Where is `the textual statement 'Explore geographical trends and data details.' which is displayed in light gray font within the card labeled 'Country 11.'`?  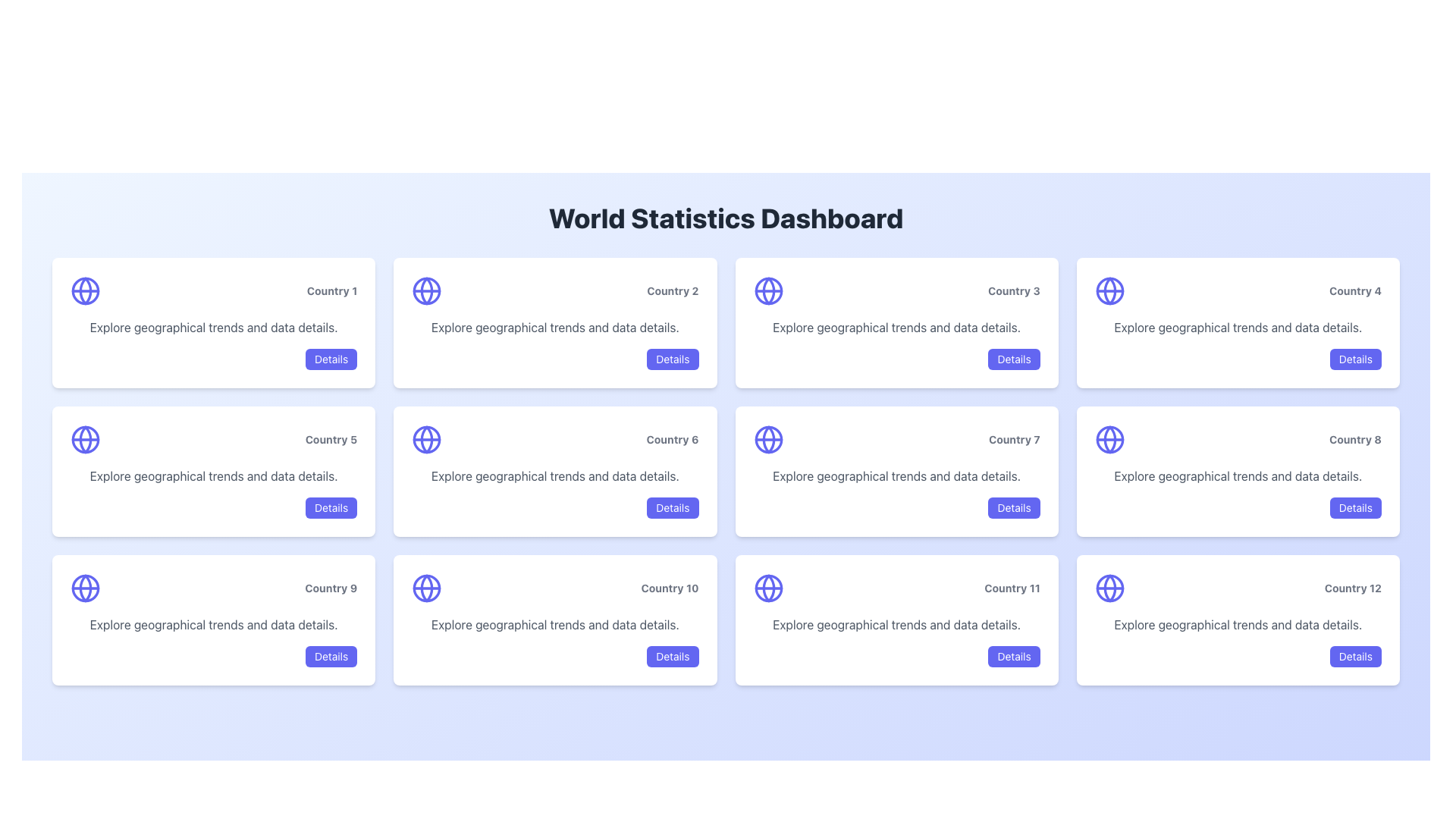
the textual statement 'Explore geographical trends and data details.' which is displayed in light gray font within the card labeled 'Country 11.' is located at coordinates (896, 625).